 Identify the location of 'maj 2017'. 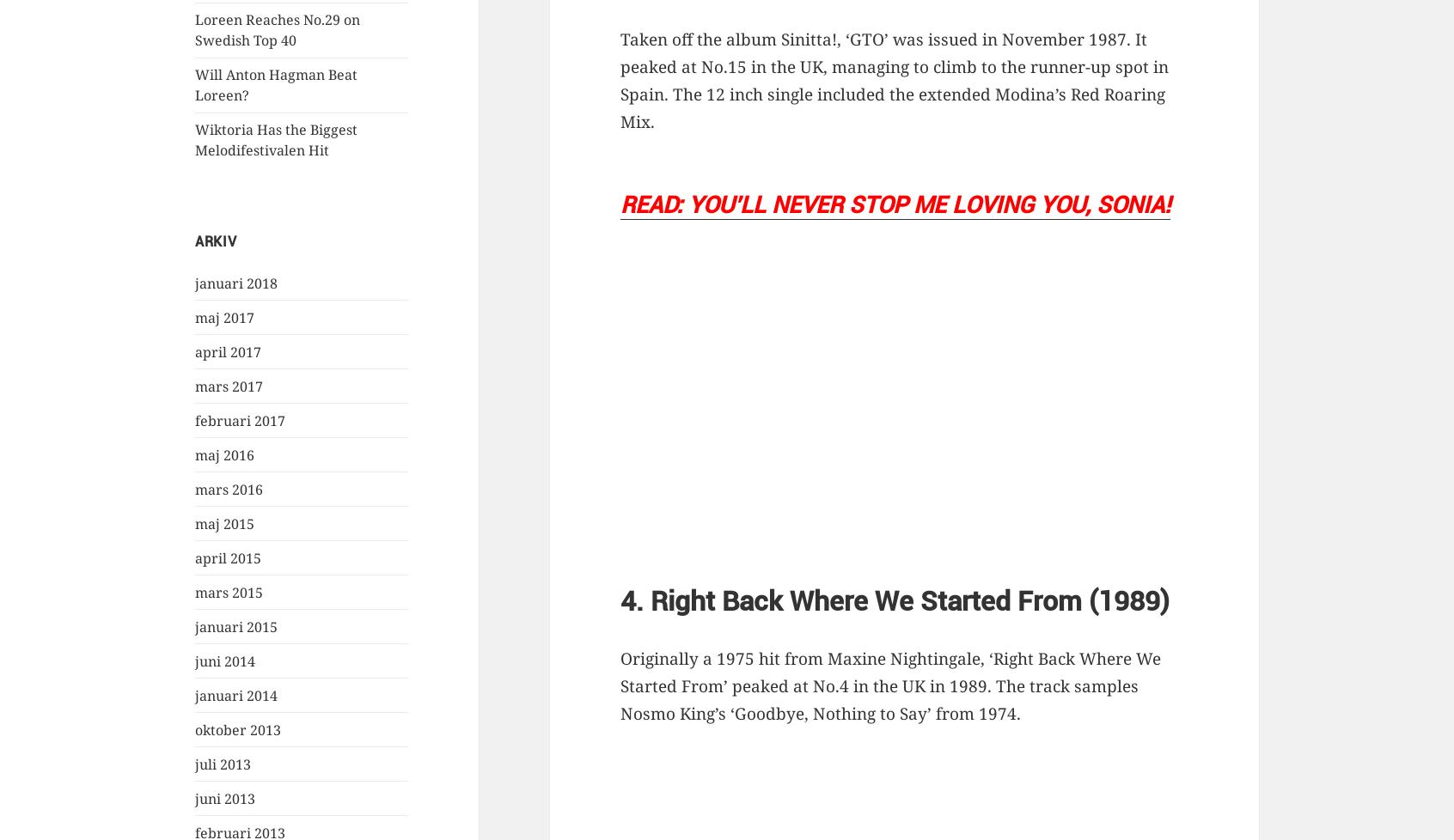
(195, 315).